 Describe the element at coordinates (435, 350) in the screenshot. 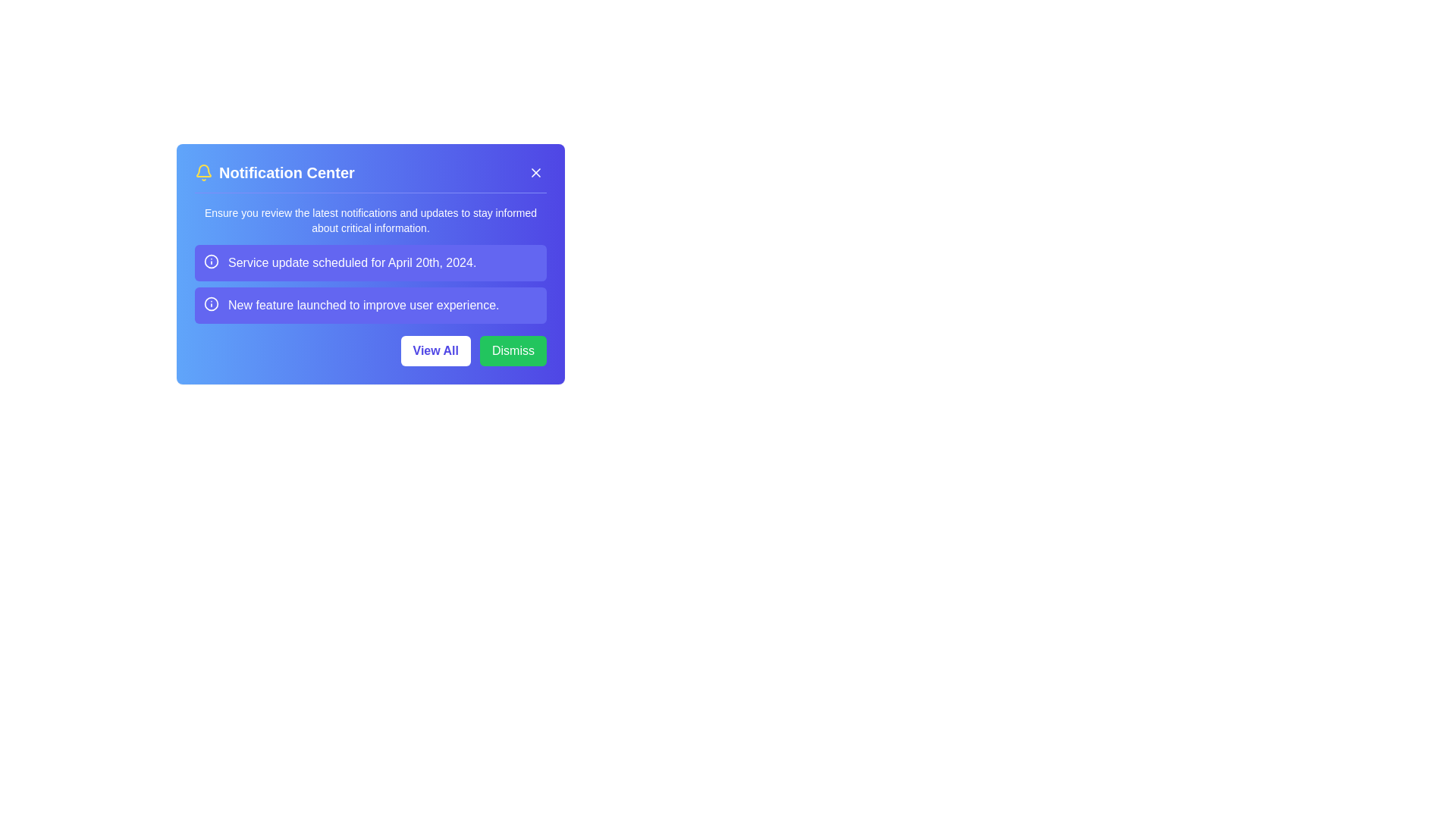

I see `the 'View All' button located in the bottom-right area of the Notification Center` at that location.